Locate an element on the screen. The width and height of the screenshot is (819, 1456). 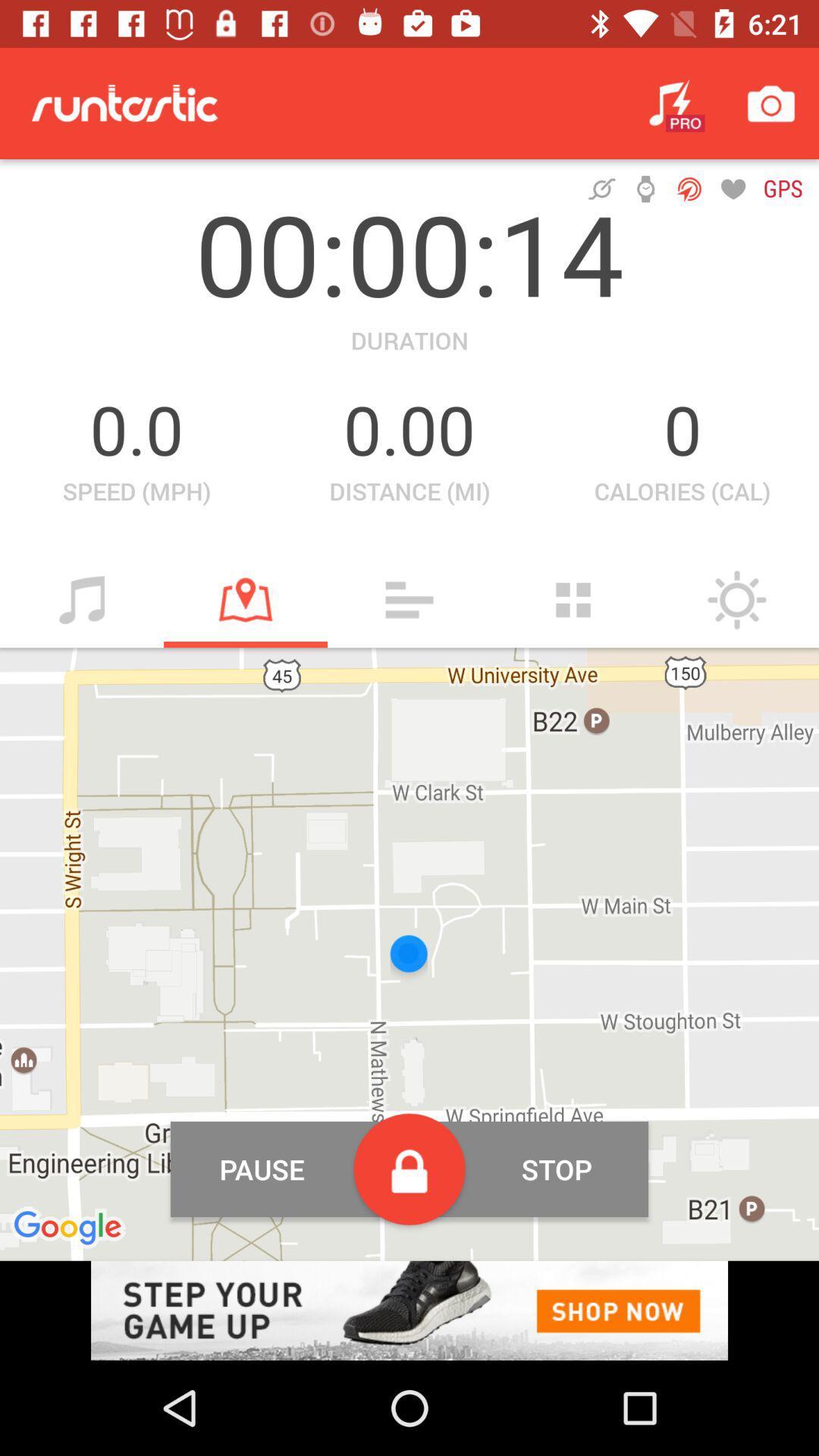
open menu is located at coordinates (409, 599).